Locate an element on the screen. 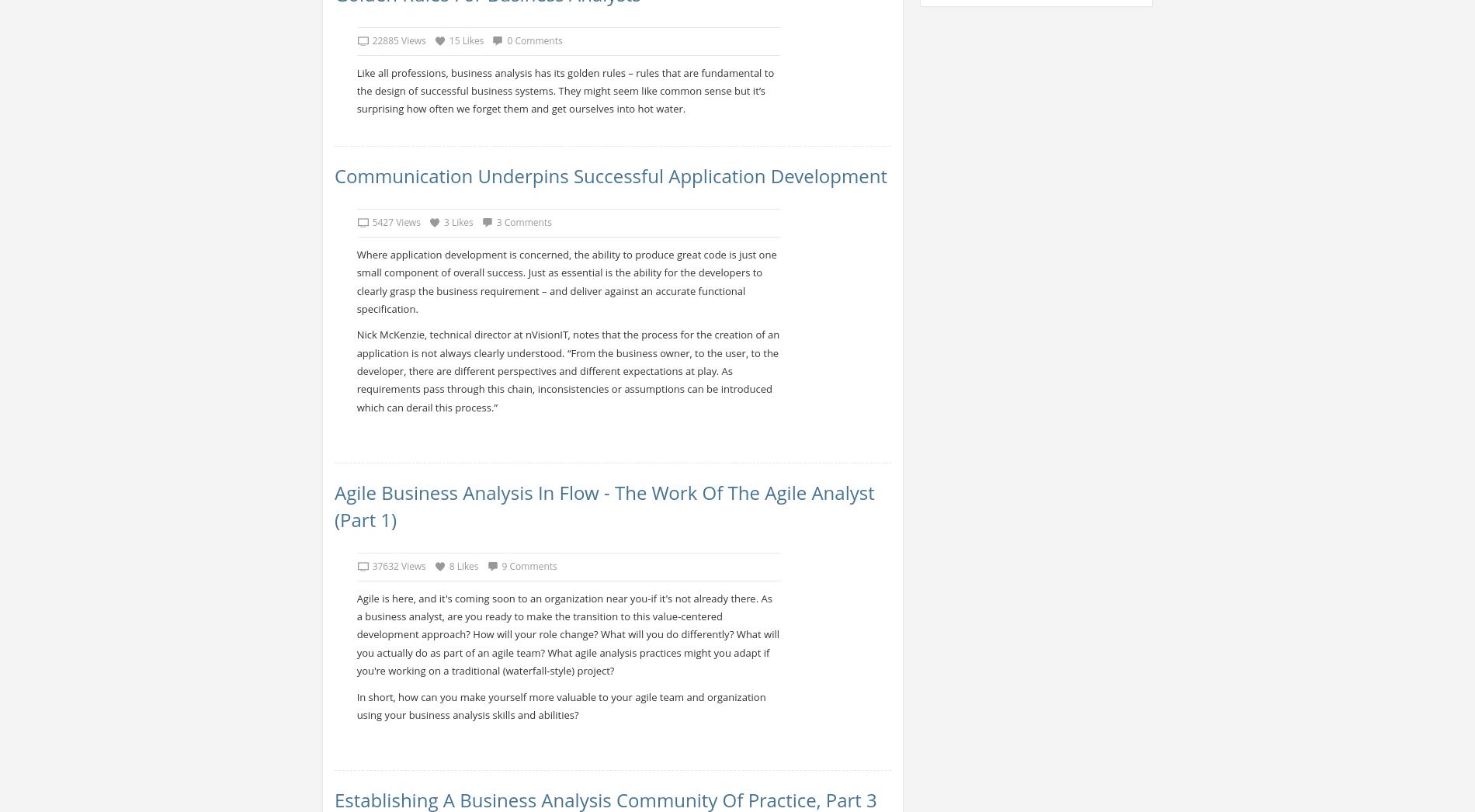 The width and height of the screenshot is (1475, 812). 'In short, how can you make yourself more valuable to your agile team and organization using your business analysis skills and abilities?' is located at coordinates (560, 705).